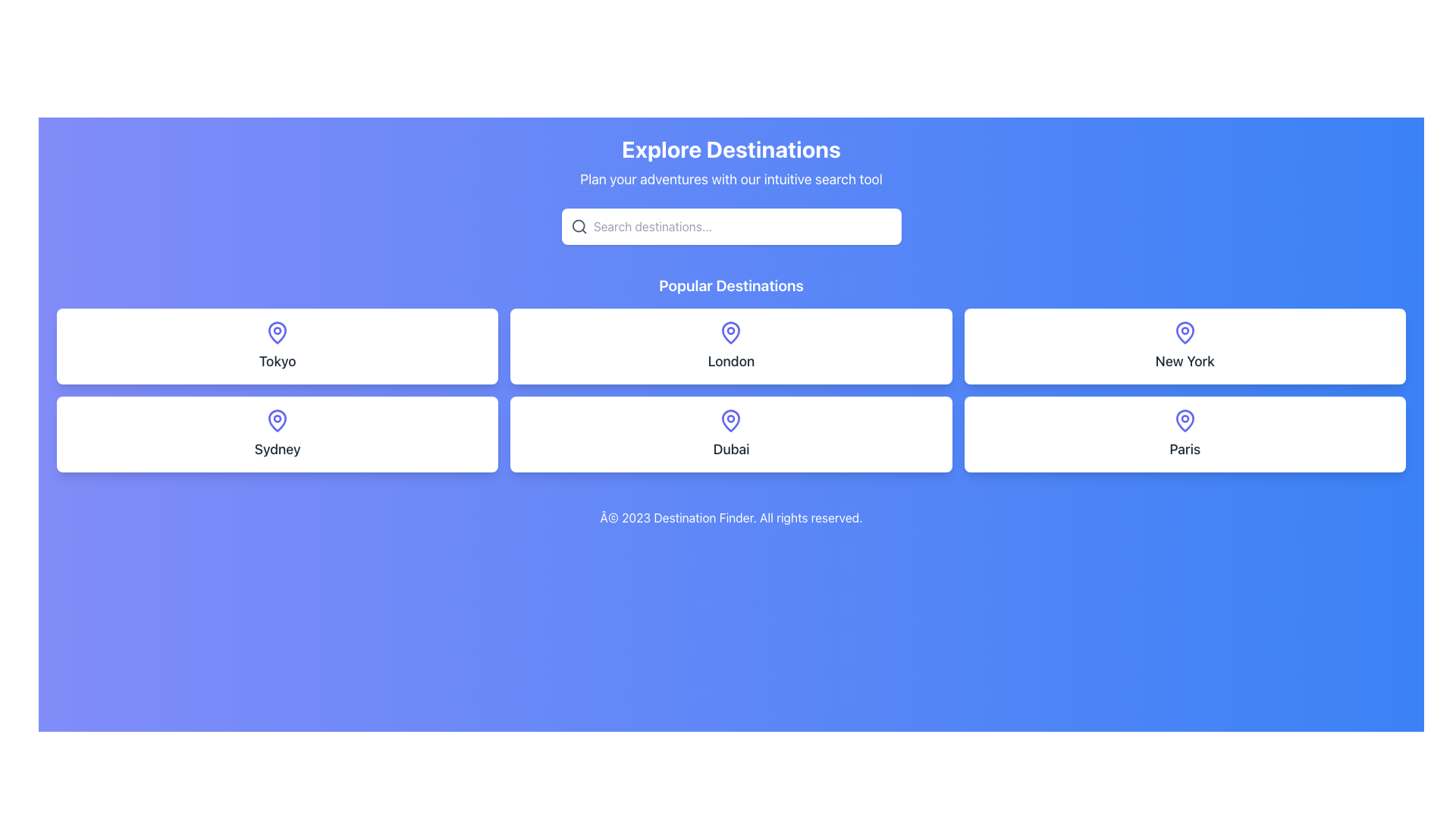 This screenshot has width=1456, height=819. I want to click on the Text Header that introduces the section above the search input field, which provides context for the content below, so click(731, 149).